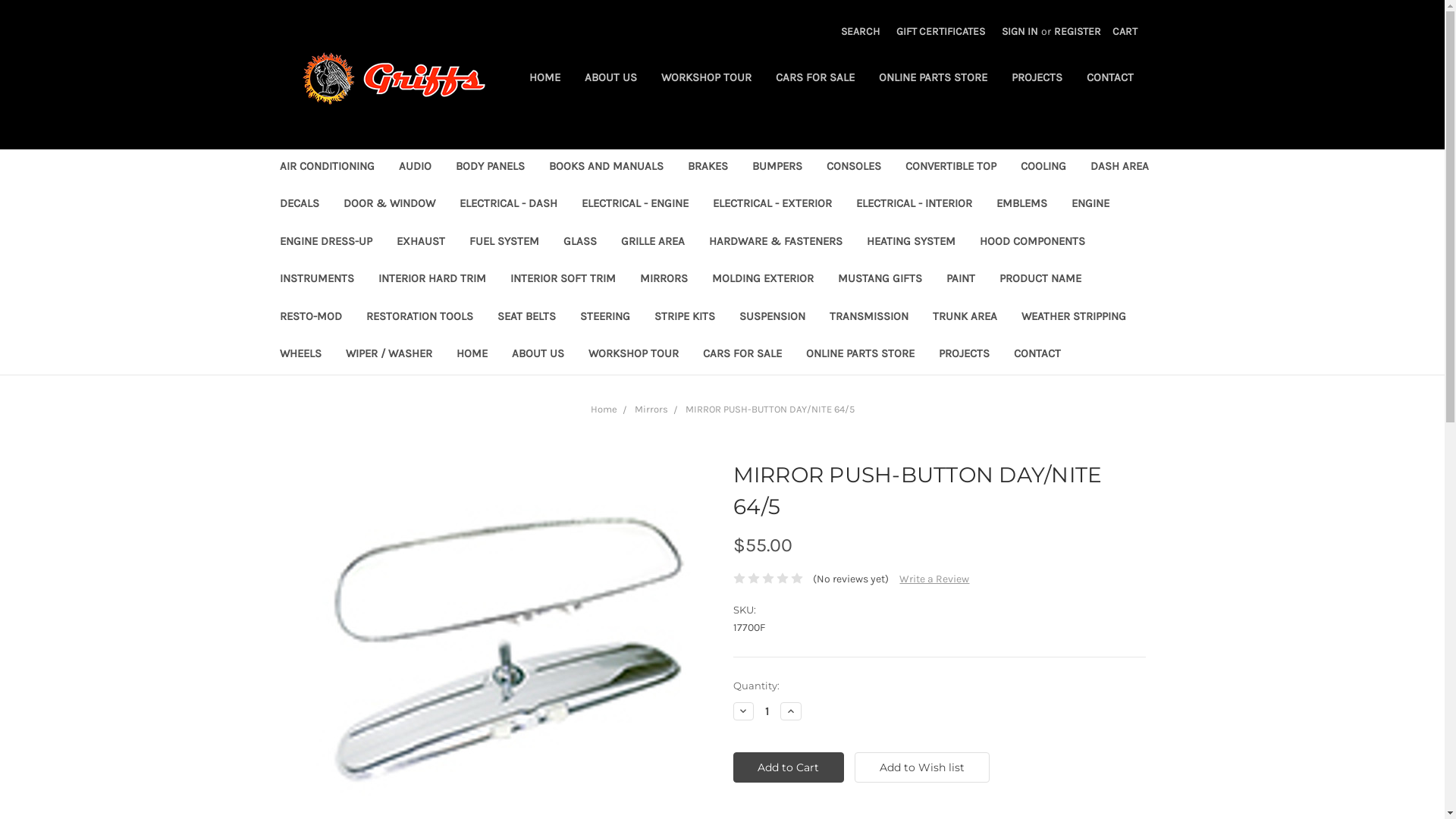  What do you see at coordinates (855, 767) in the screenshot?
I see `'Add to Wish list'` at bounding box center [855, 767].